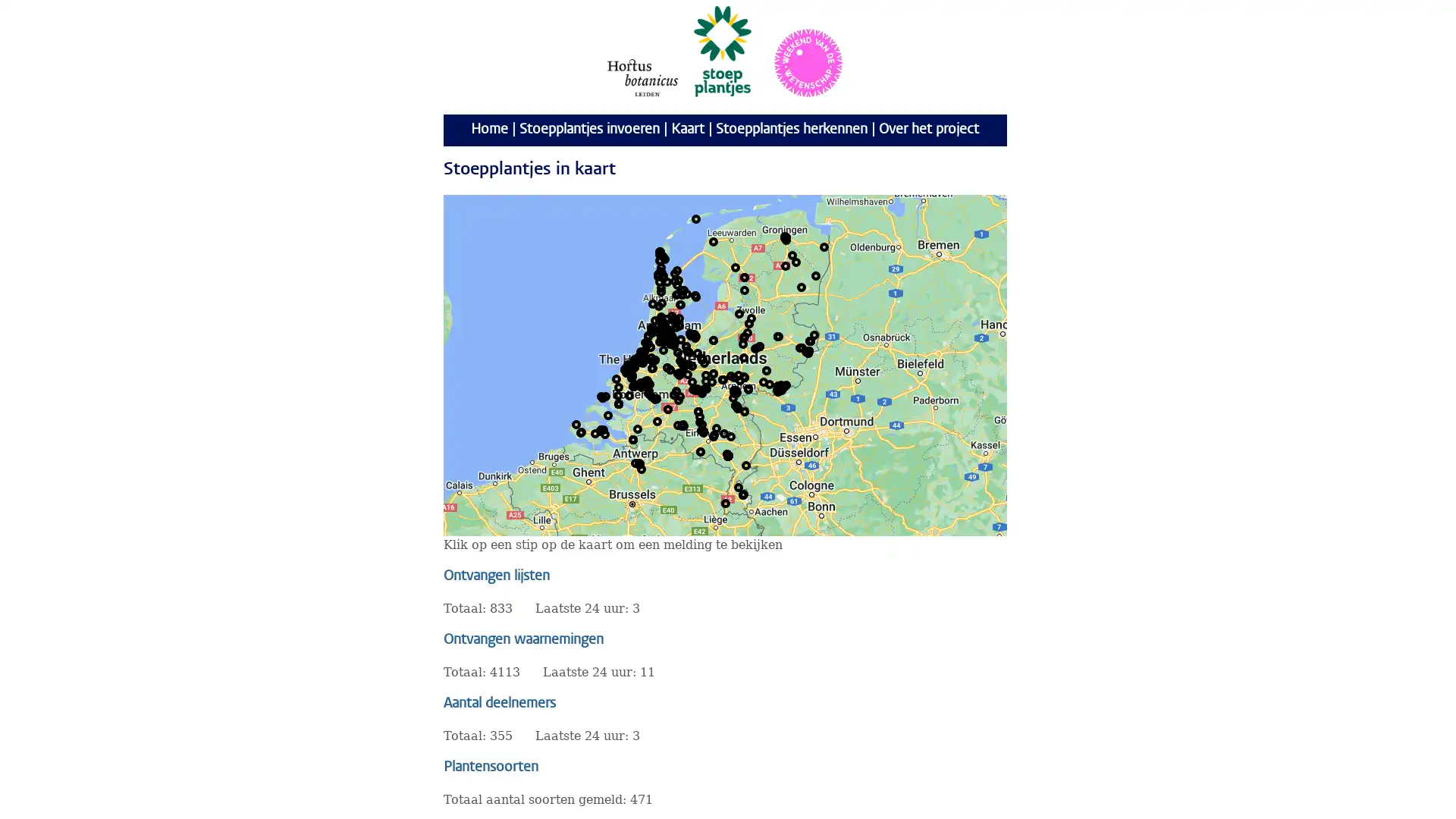  I want to click on Telling van Willem Harm op 07 december 2021, so click(648, 382).